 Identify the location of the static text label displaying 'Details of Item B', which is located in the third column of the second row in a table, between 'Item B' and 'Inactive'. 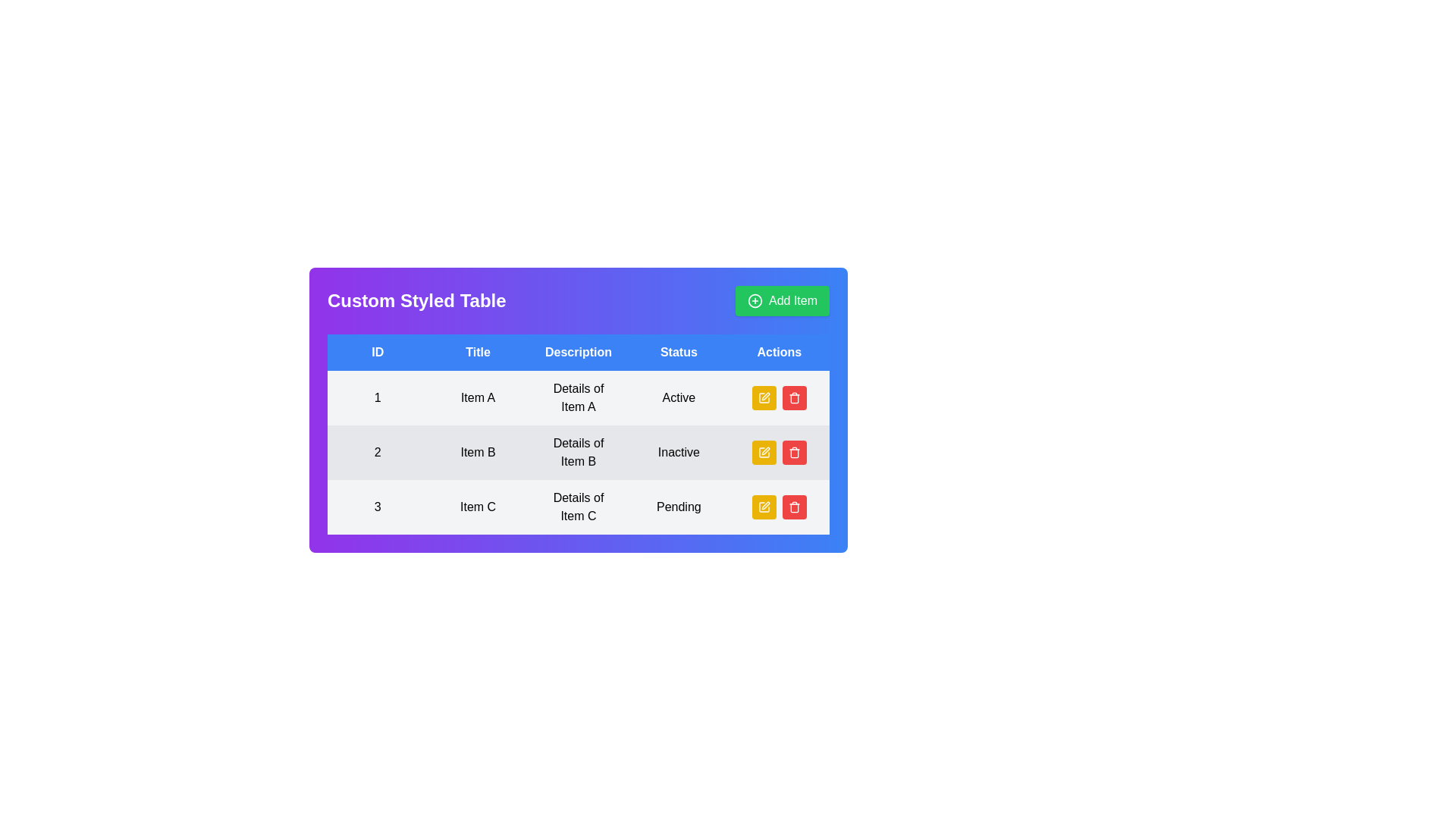
(578, 452).